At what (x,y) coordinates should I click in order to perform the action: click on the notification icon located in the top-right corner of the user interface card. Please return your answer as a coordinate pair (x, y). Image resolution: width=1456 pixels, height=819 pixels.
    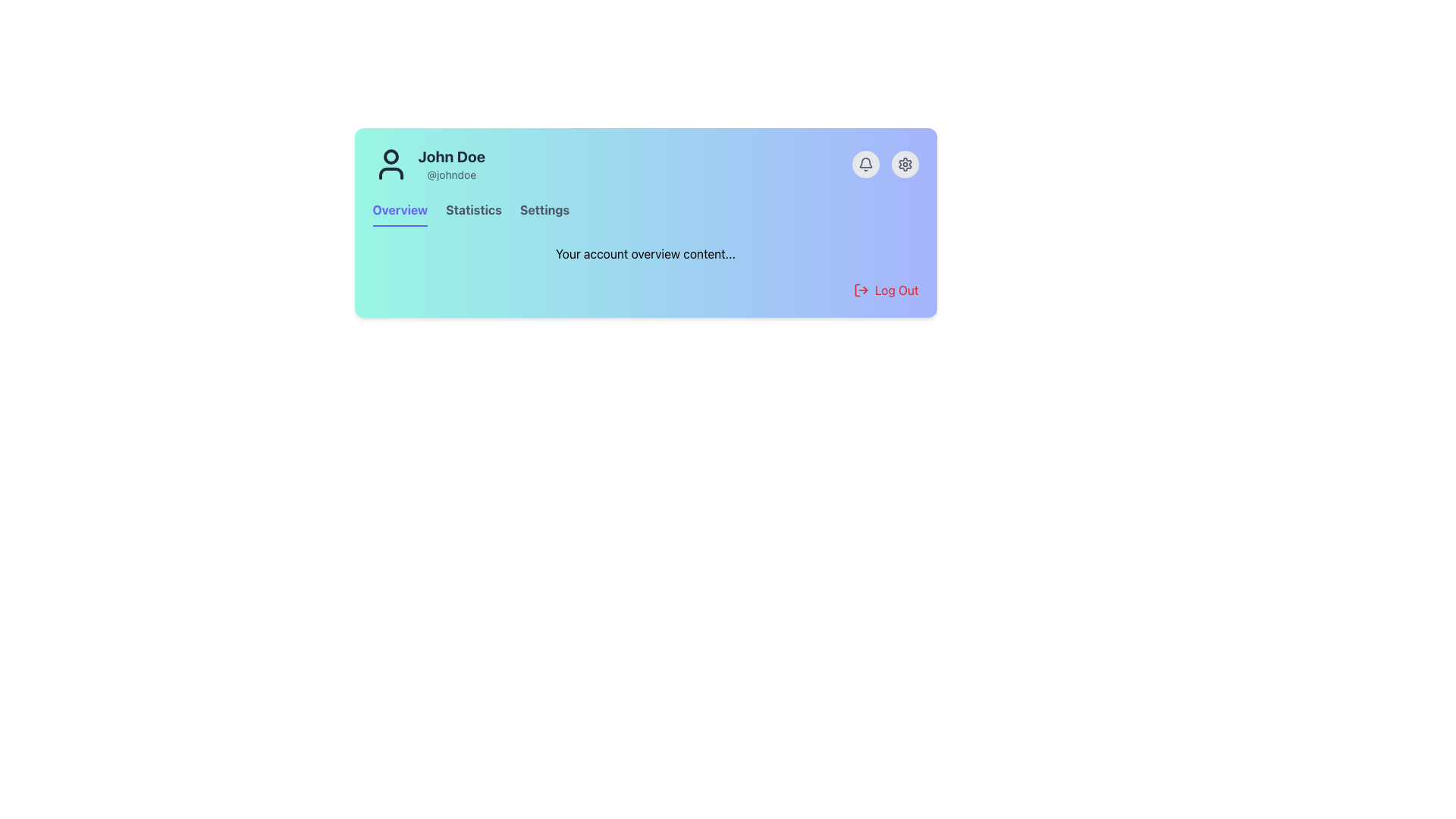
    Looking at the image, I should click on (865, 164).